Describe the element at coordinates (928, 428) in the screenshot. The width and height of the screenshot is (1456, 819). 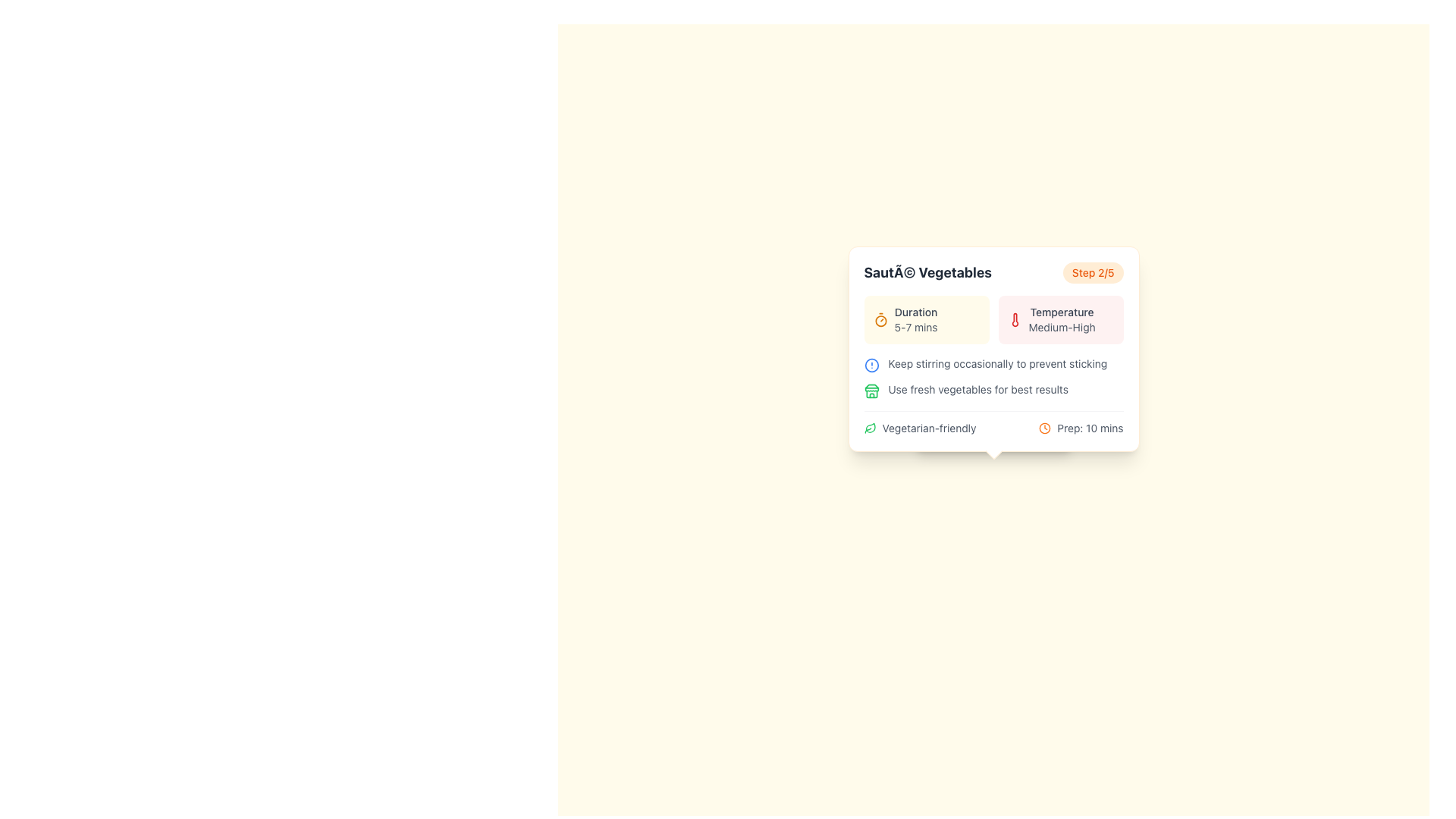
I see `text label indicating vegetarian-friendly options located at the bottom left section of the pop-up card, positioned to the right of a green leaf icon` at that location.